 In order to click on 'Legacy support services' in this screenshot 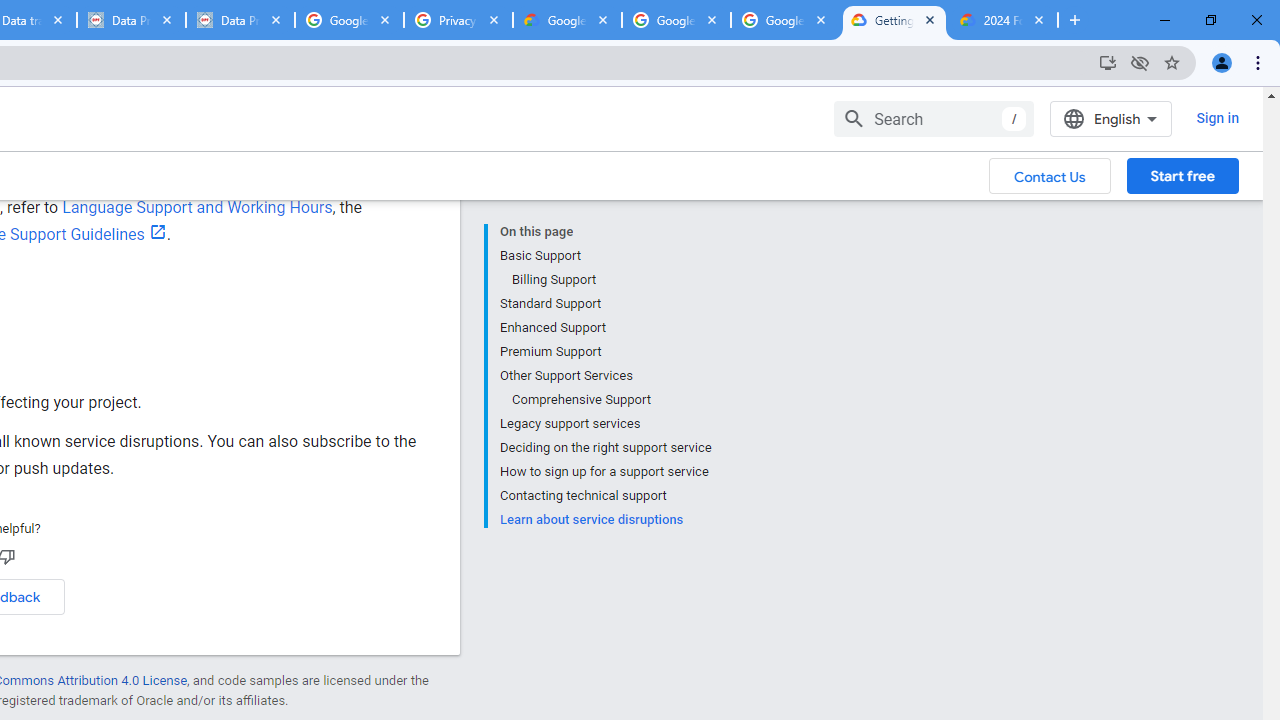, I will do `click(604, 423)`.